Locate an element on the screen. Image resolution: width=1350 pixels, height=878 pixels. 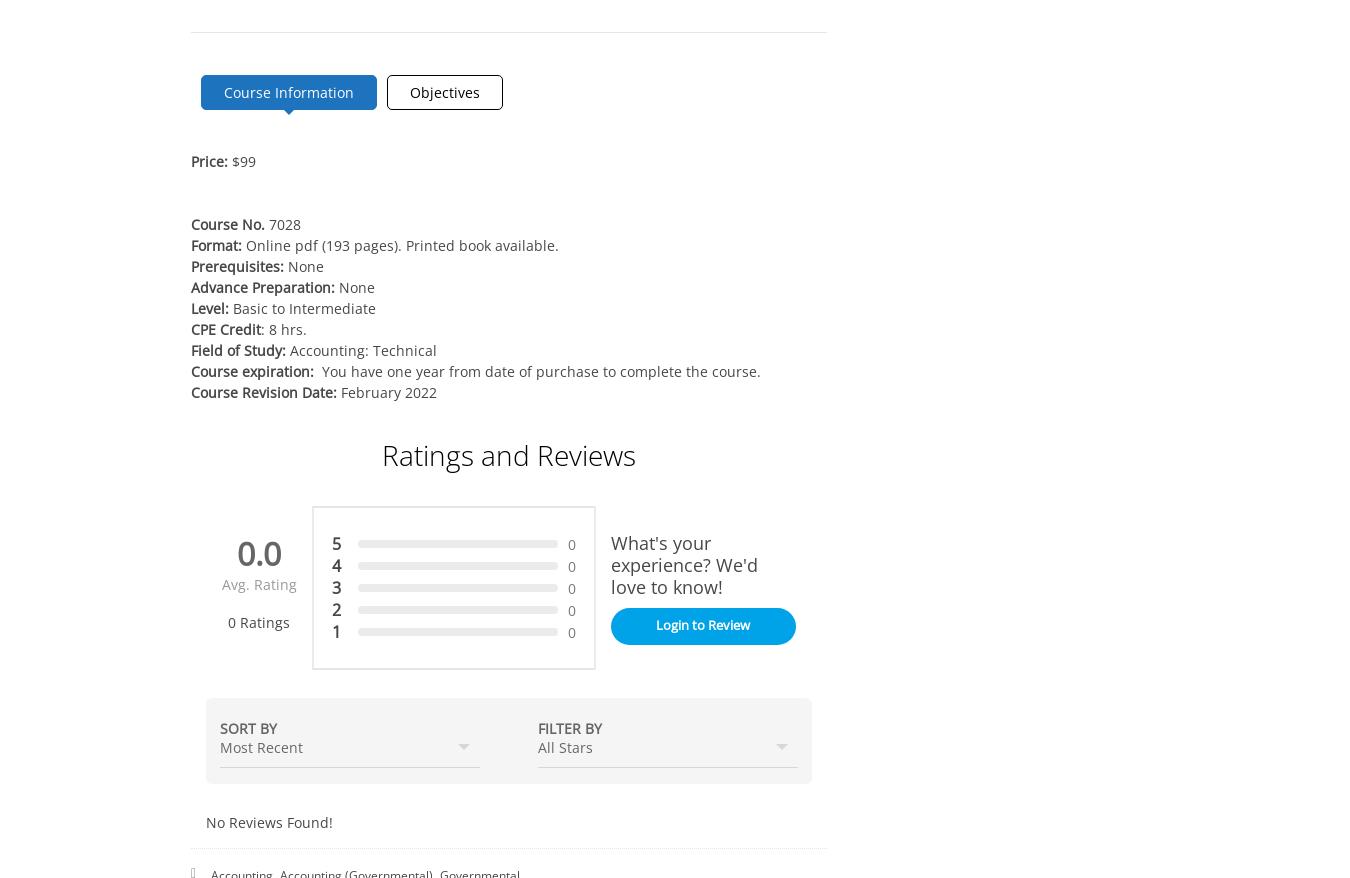
'0.0' is located at coordinates (258, 552).